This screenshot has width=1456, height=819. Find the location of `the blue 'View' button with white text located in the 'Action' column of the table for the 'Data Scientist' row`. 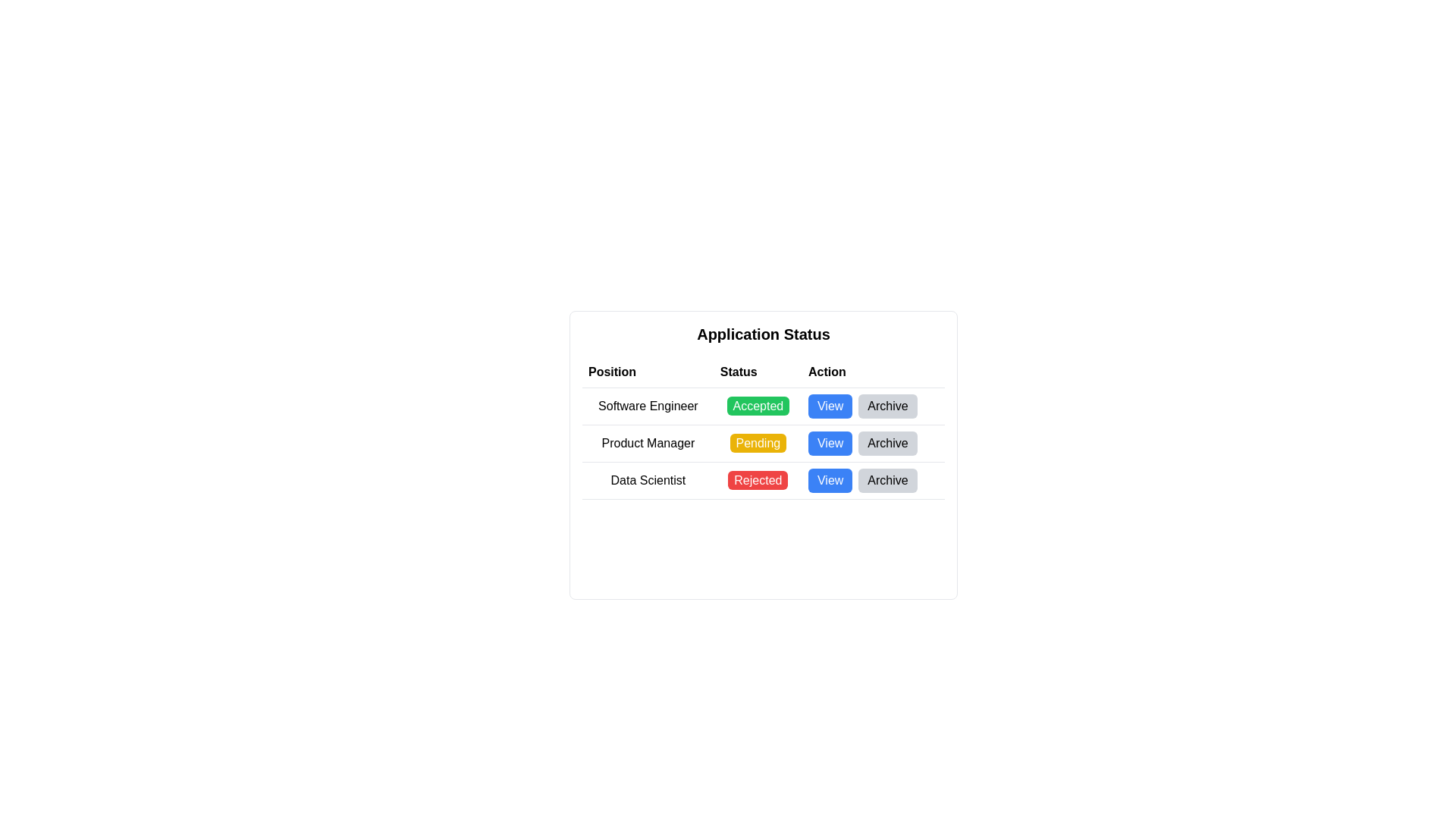

the blue 'View' button with white text located in the 'Action' column of the table for the 'Data Scientist' row is located at coordinates (829, 480).